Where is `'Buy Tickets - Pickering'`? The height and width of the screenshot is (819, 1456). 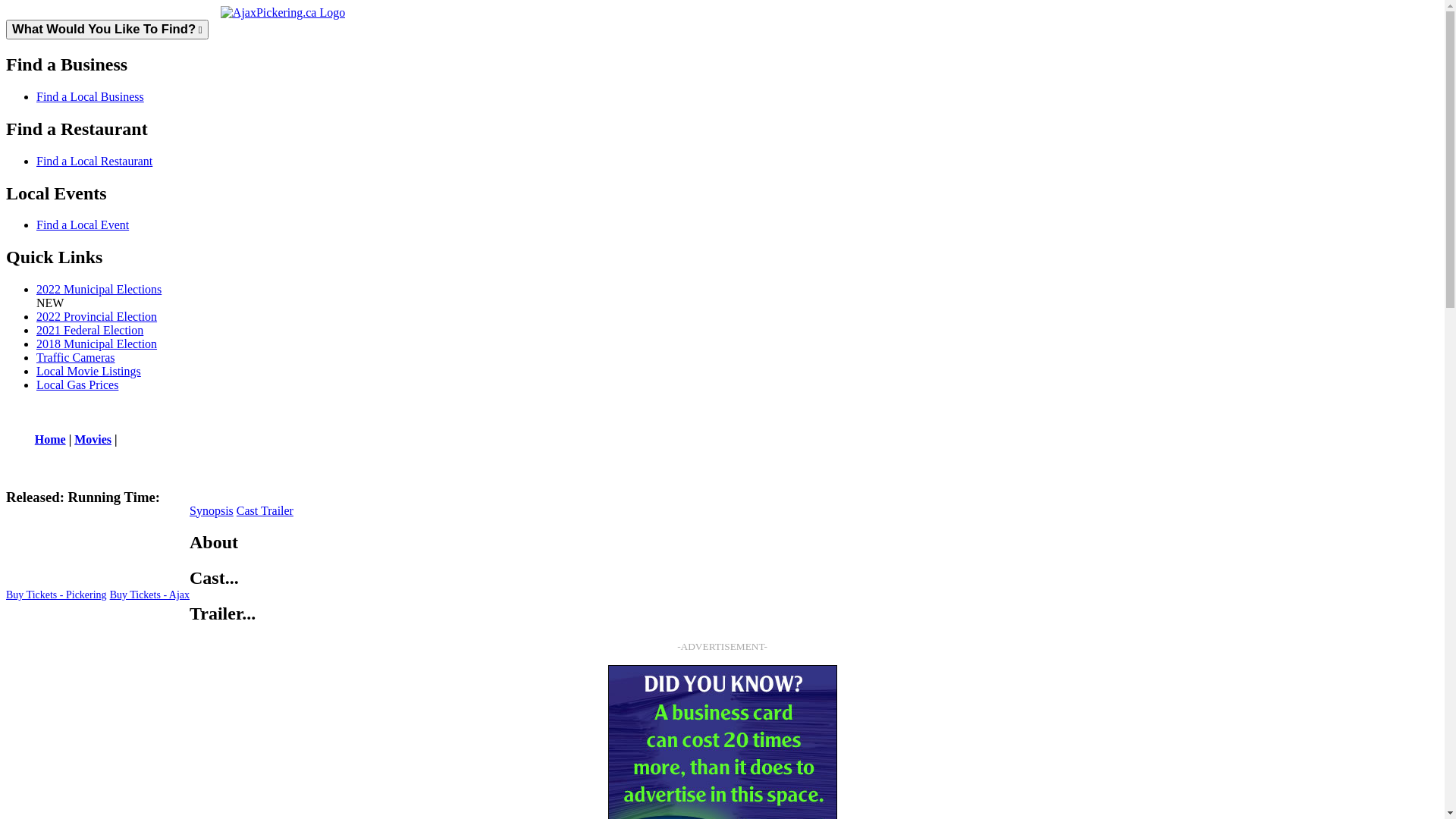 'Buy Tickets - Pickering' is located at coordinates (6, 595).